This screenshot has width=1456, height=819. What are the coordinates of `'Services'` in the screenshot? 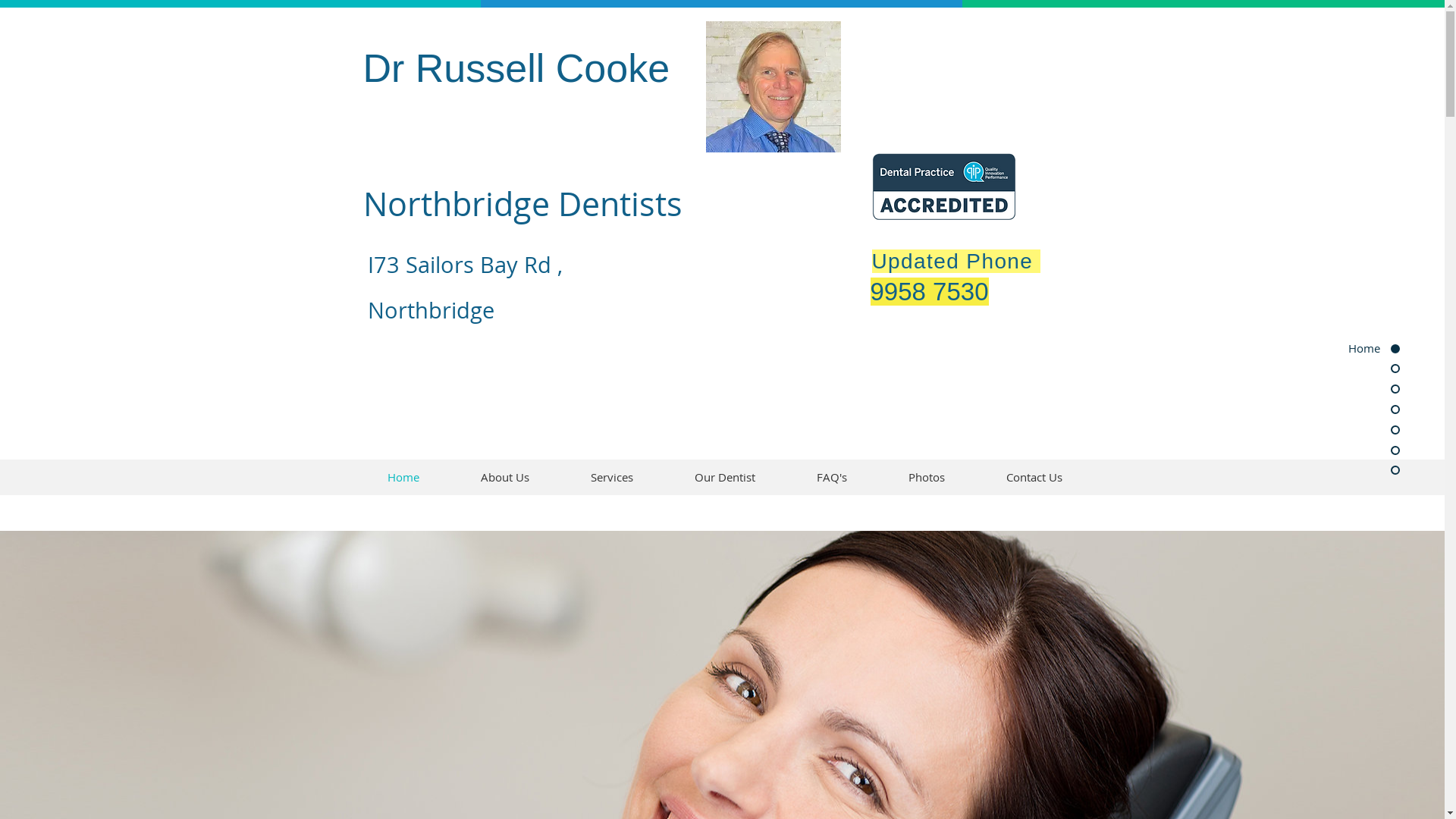 It's located at (611, 476).